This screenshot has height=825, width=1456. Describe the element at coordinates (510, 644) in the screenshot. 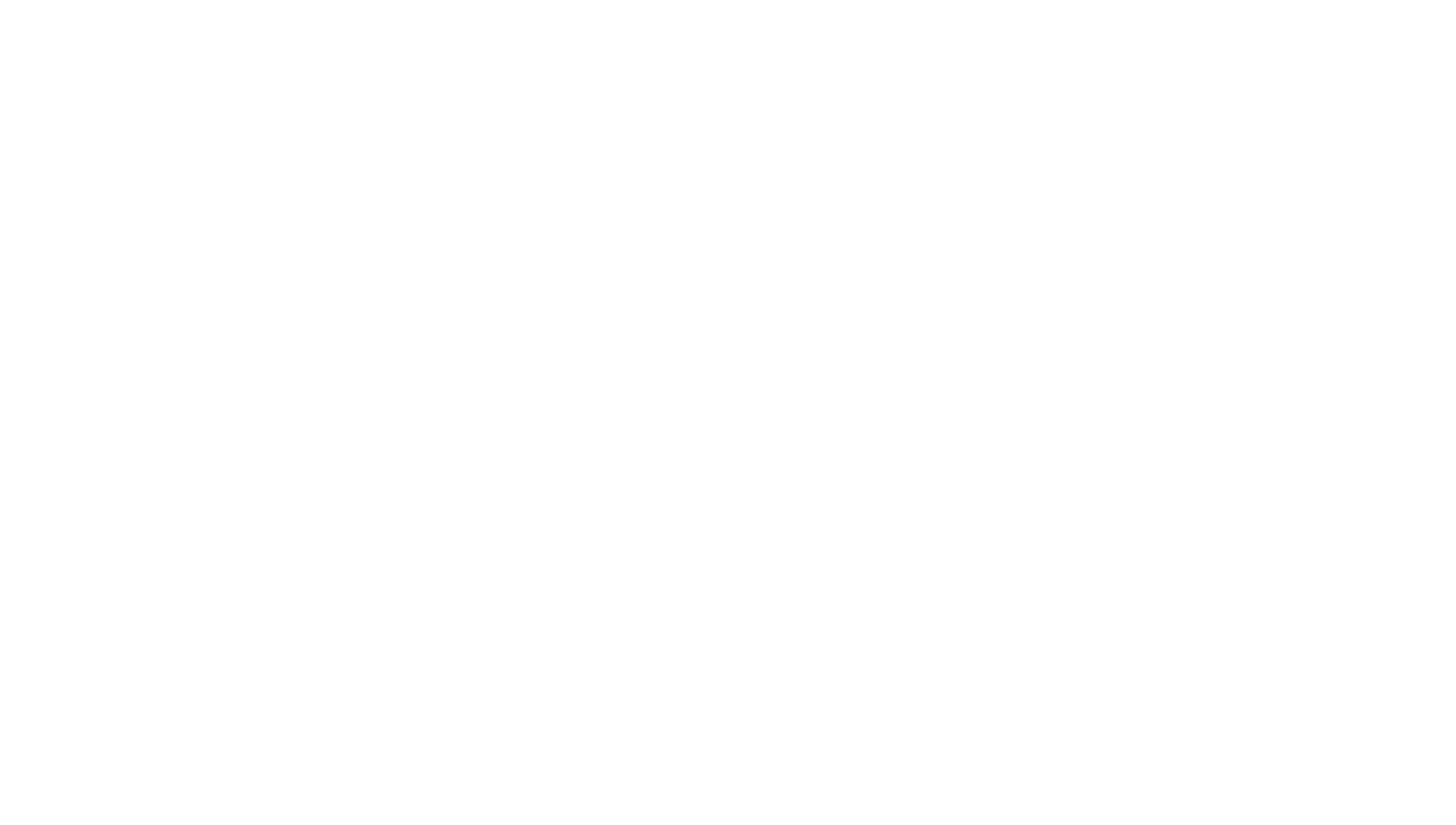

I see `'Business'` at that location.